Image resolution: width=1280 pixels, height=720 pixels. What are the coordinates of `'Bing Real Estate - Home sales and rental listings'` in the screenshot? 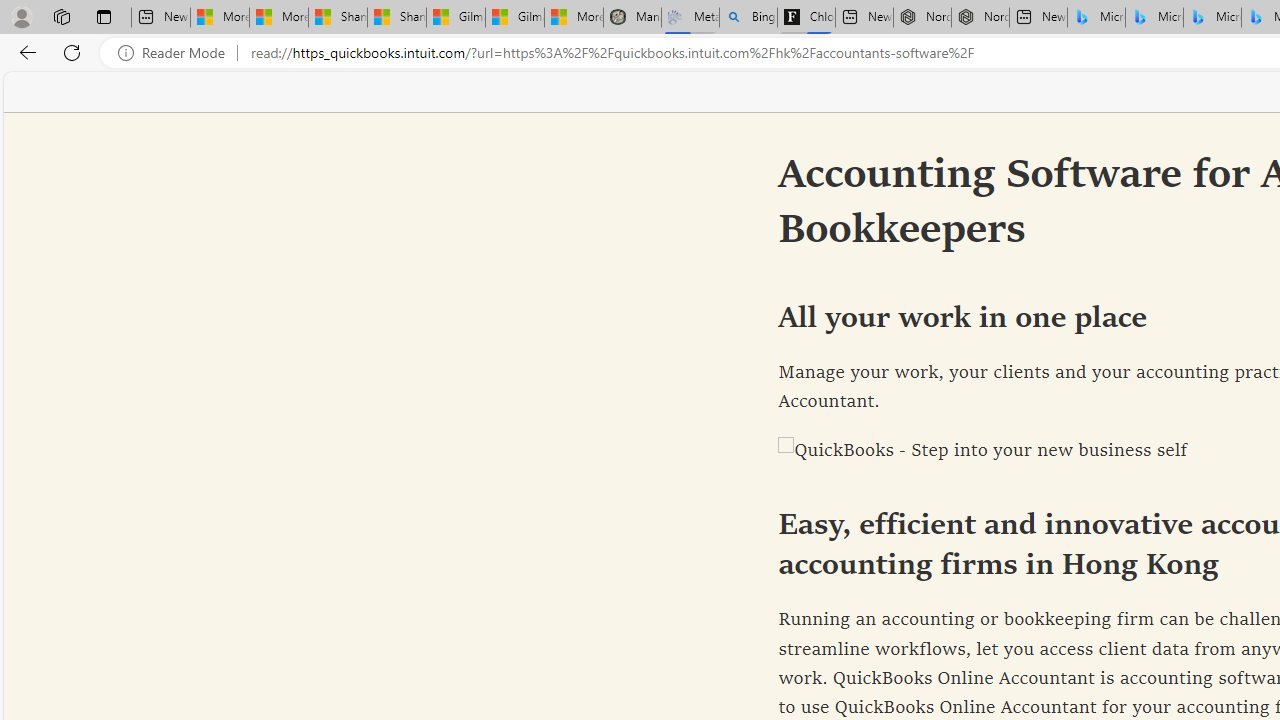 It's located at (747, 17).